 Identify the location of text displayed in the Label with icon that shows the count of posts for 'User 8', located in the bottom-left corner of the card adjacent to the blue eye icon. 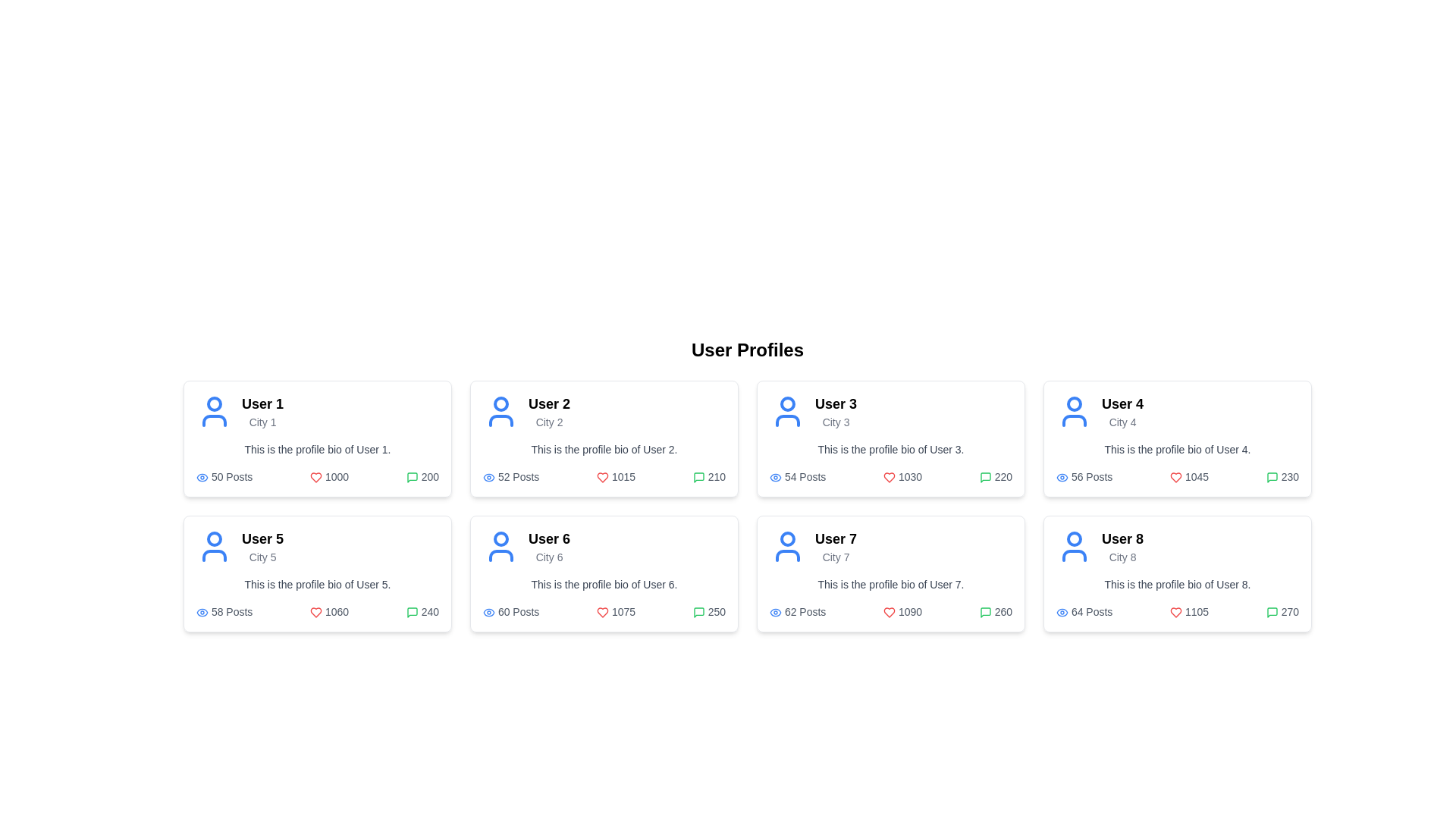
(1084, 610).